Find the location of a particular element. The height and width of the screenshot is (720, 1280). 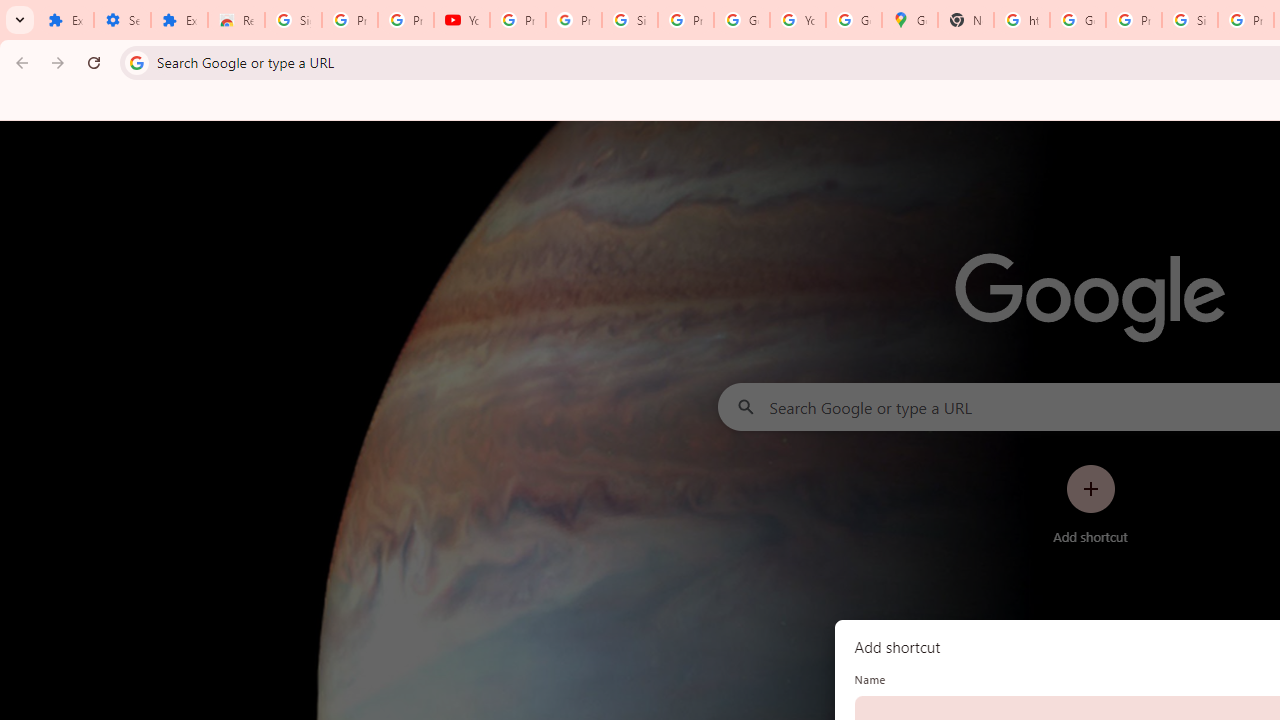

'Extensions' is located at coordinates (179, 20).